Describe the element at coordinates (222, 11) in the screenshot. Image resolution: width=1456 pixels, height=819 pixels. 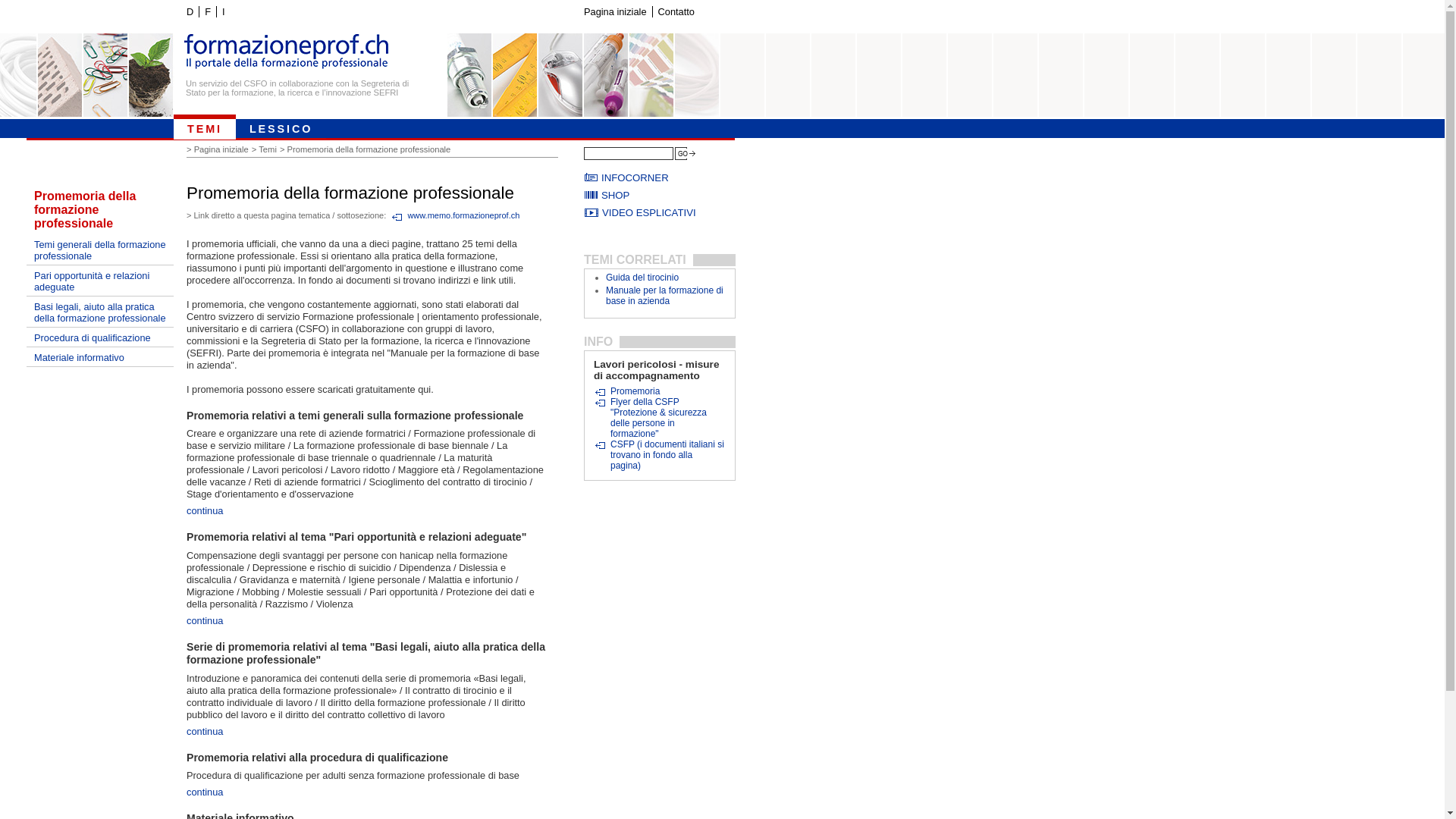
I see `'I'` at that location.